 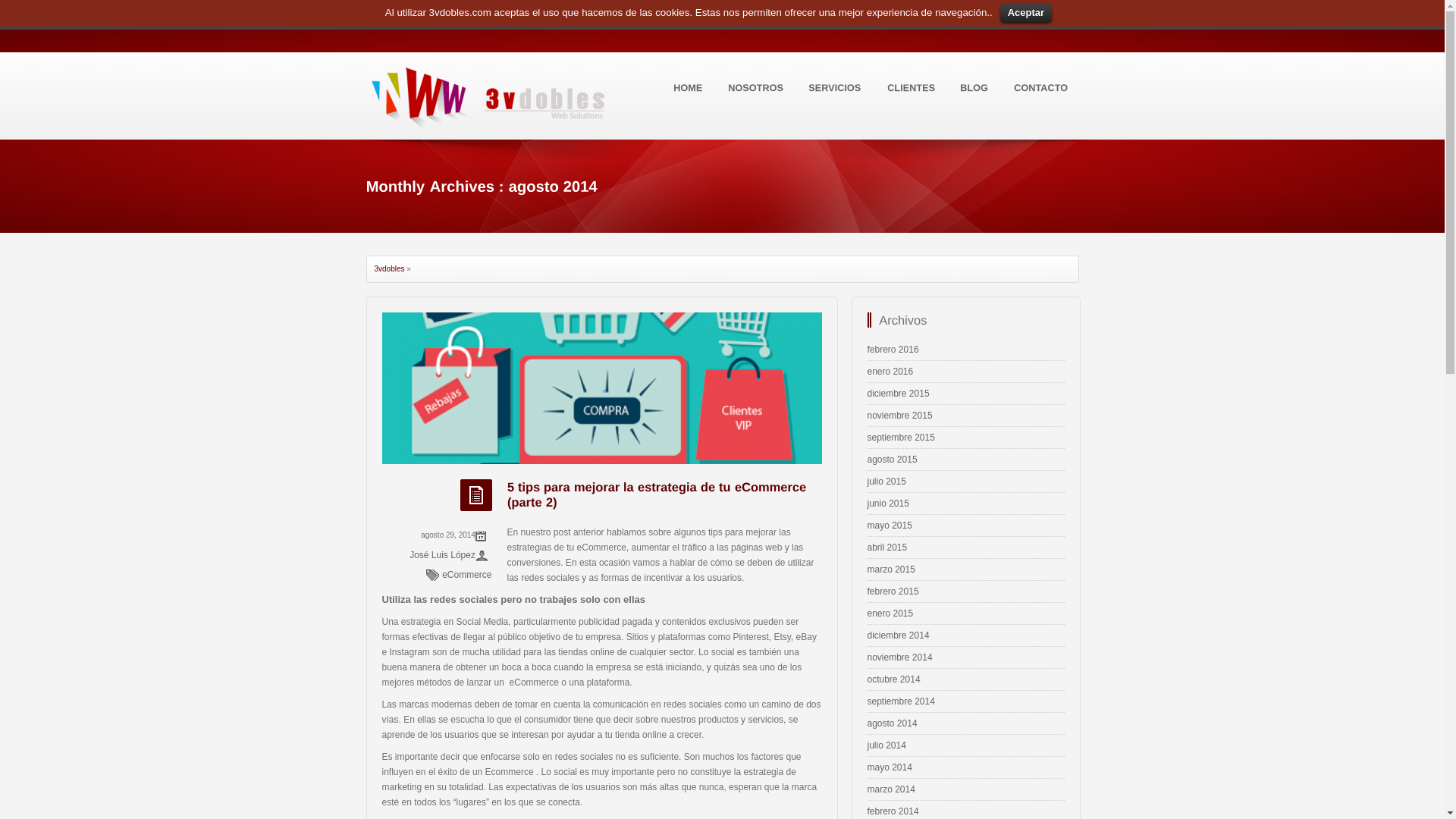 What do you see at coordinates (867, 678) in the screenshot?
I see `'octubre 2014'` at bounding box center [867, 678].